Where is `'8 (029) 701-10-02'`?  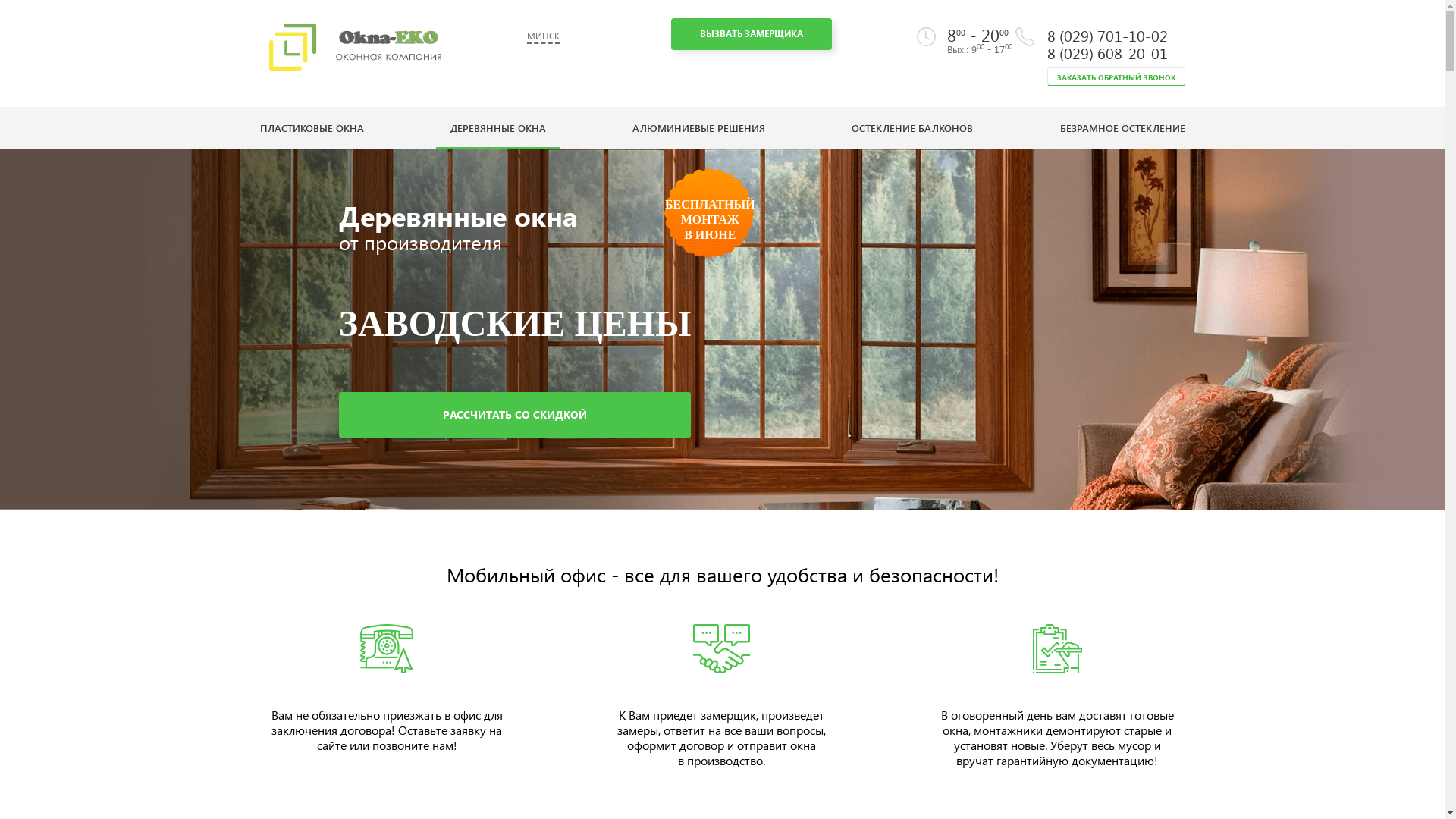 '8 (029) 701-10-02' is located at coordinates (1106, 34).